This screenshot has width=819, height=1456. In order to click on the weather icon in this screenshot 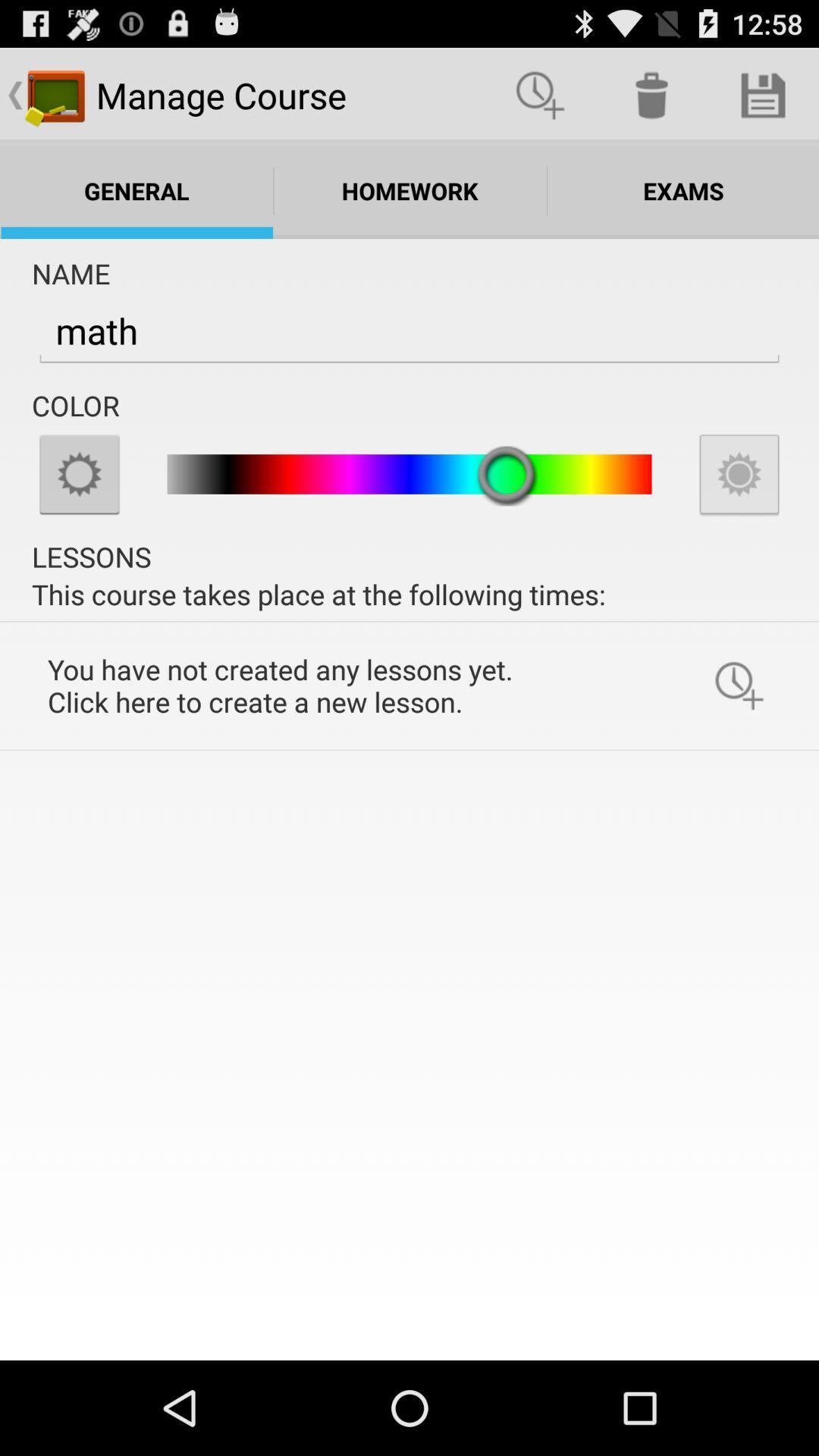, I will do `click(79, 507)`.